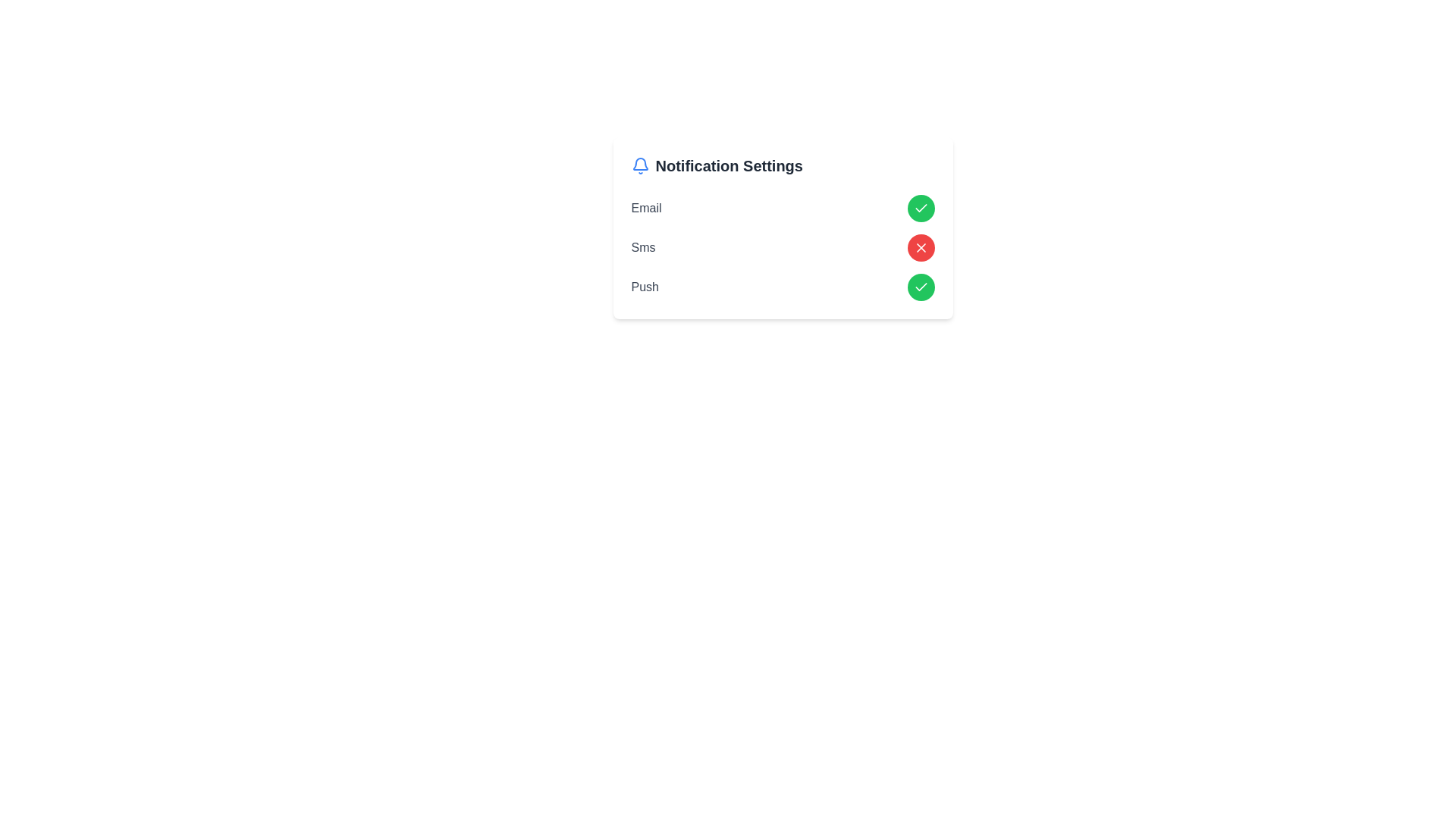 The width and height of the screenshot is (1456, 819). Describe the element at coordinates (783, 208) in the screenshot. I see `the green circular button in the topmost list item of the notification settings panel to confirm email notifications` at that location.